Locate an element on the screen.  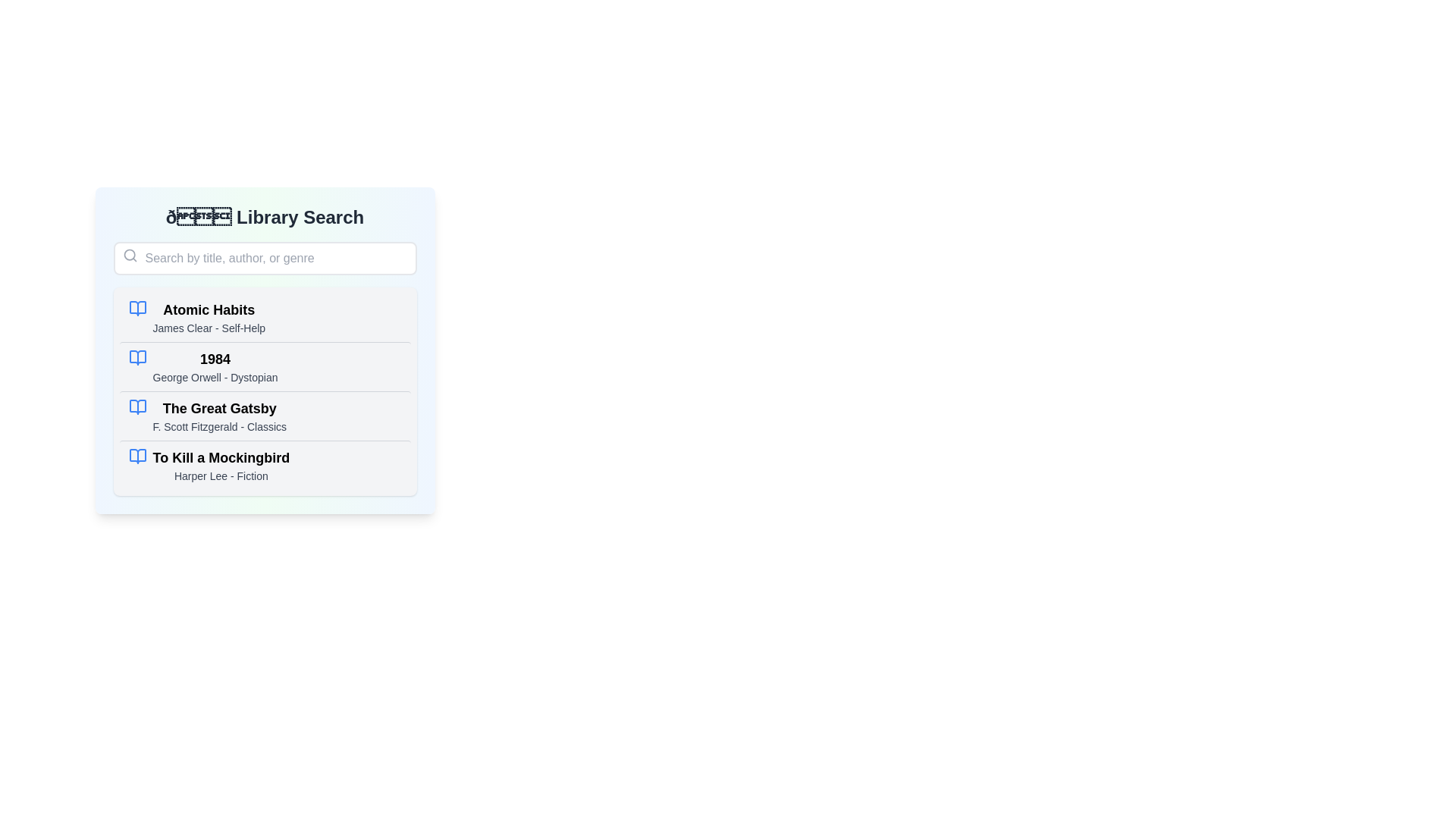
the title of the book displayed prominently in the search results panel, located above 'F. Scott Fitzgerald - Classics', to use it for search or selection is located at coordinates (218, 408).